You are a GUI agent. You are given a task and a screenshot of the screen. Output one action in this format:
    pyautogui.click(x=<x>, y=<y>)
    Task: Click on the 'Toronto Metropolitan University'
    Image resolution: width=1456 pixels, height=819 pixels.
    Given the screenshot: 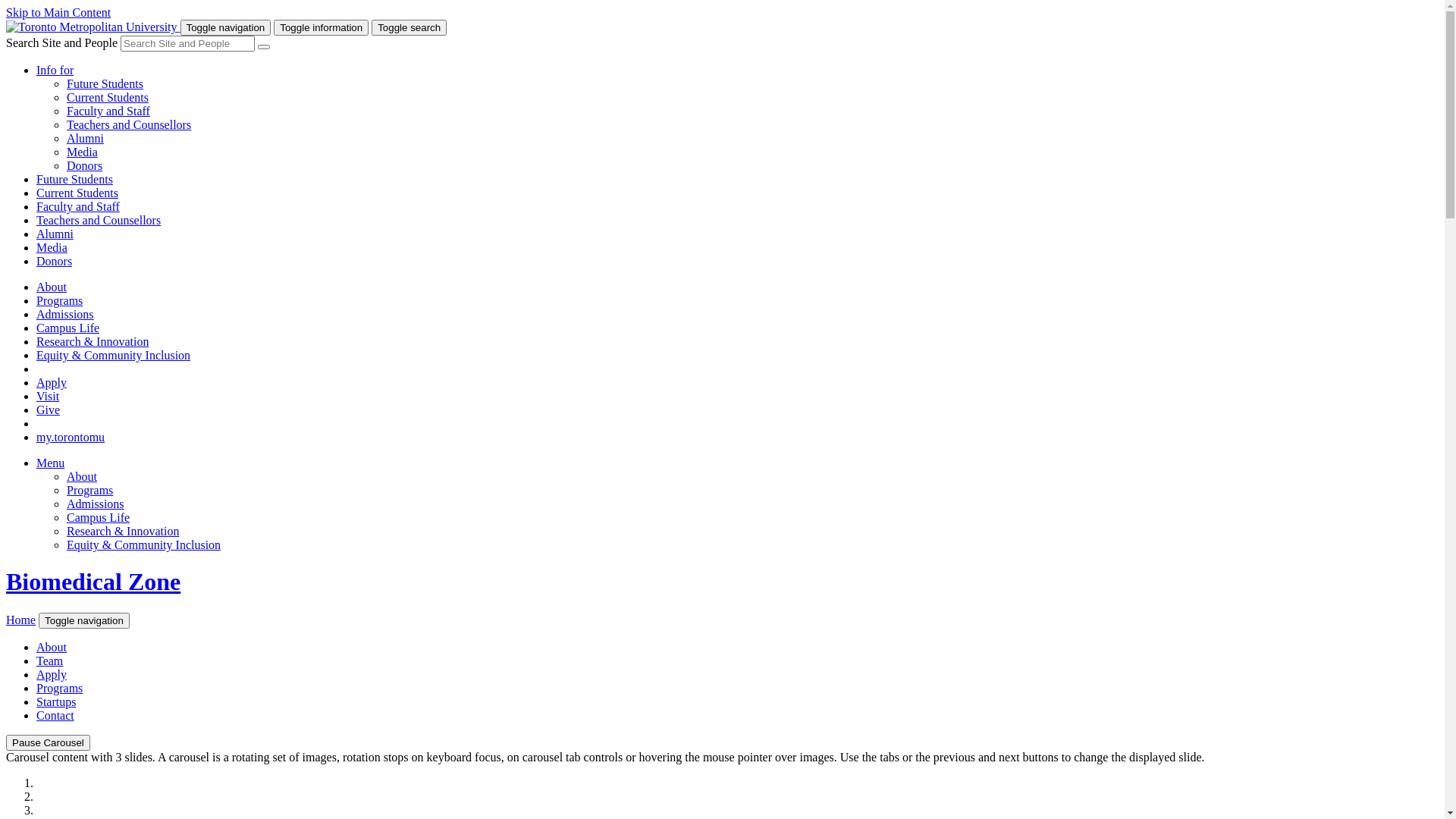 What is the action you would take?
    pyautogui.click(x=6, y=27)
    